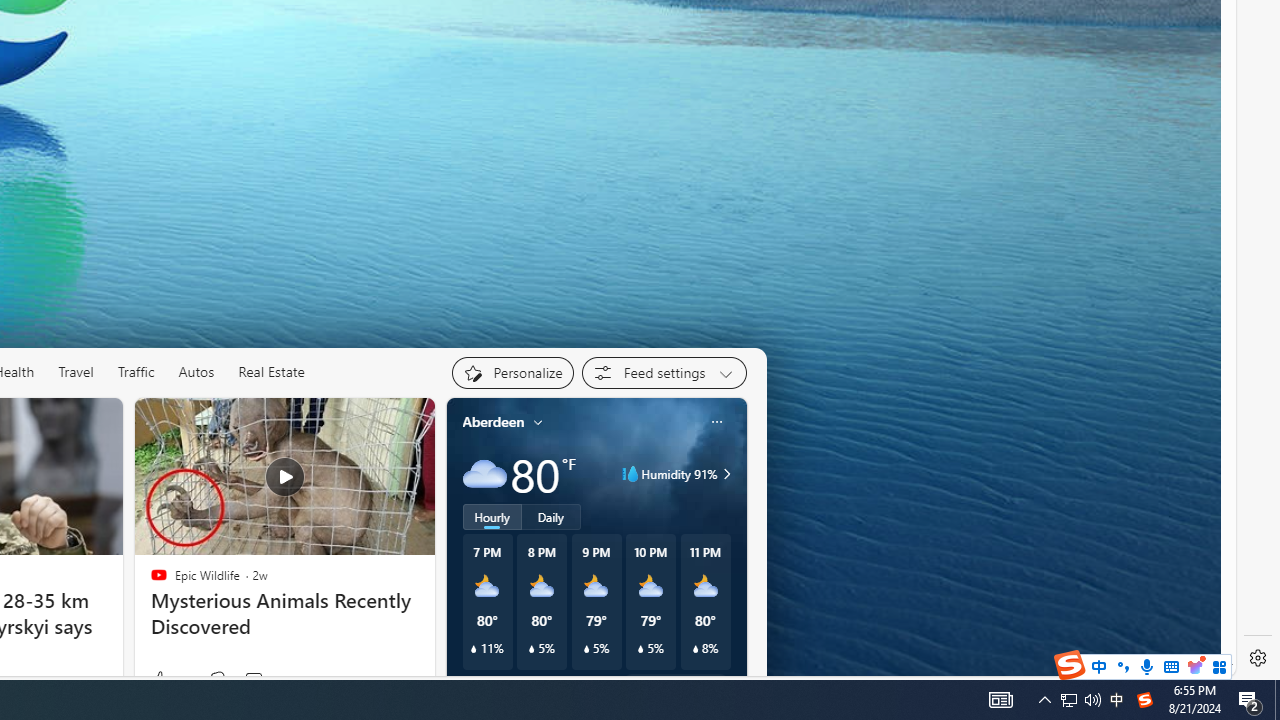  Describe the element at coordinates (196, 372) in the screenshot. I see `'Autos'` at that location.